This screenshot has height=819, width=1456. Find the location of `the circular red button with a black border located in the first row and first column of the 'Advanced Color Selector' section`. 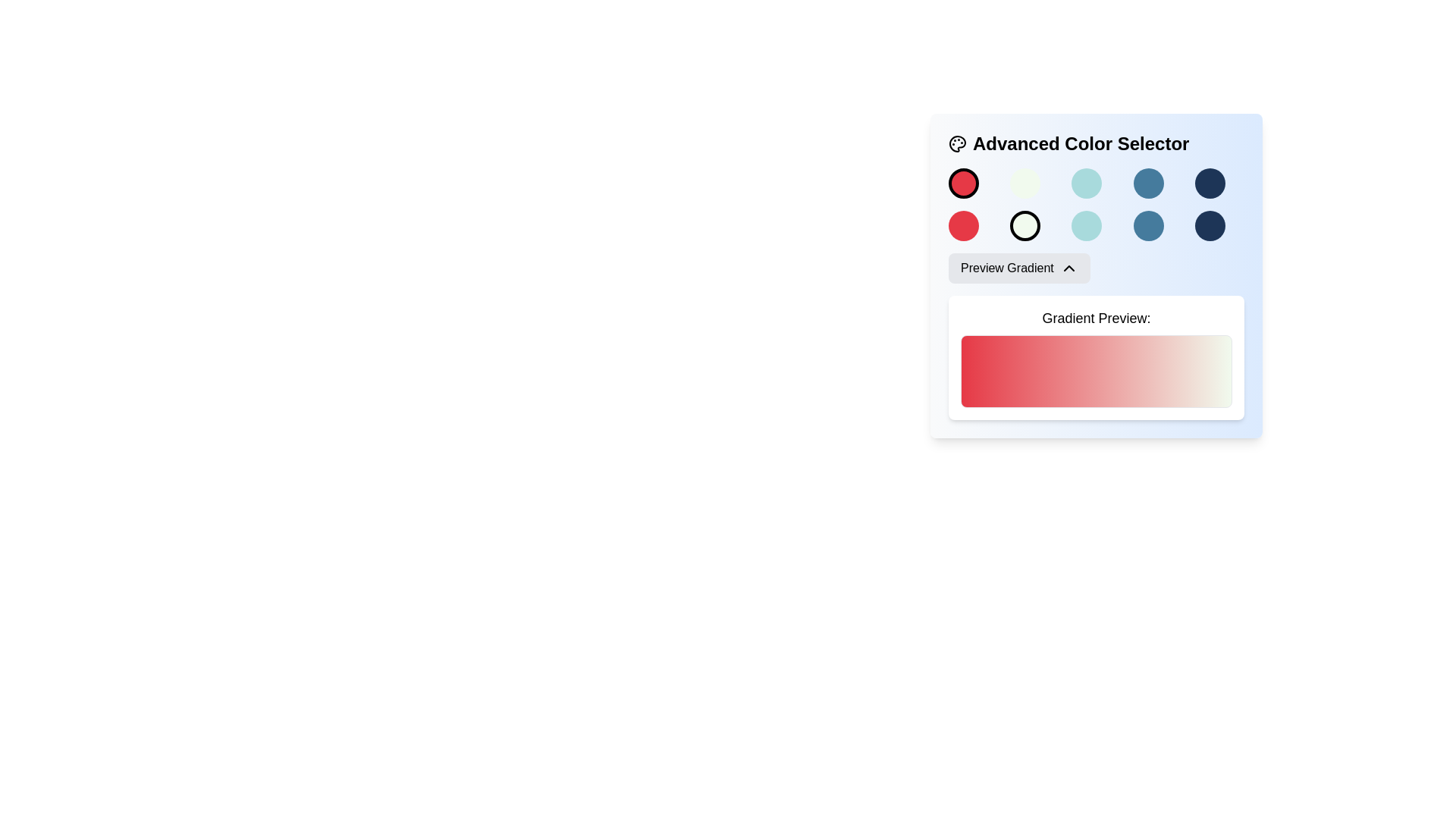

the circular red button with a black border located in the first row and first column of the 'Advanced Color Selector' section is located at coordinates (963, 183).